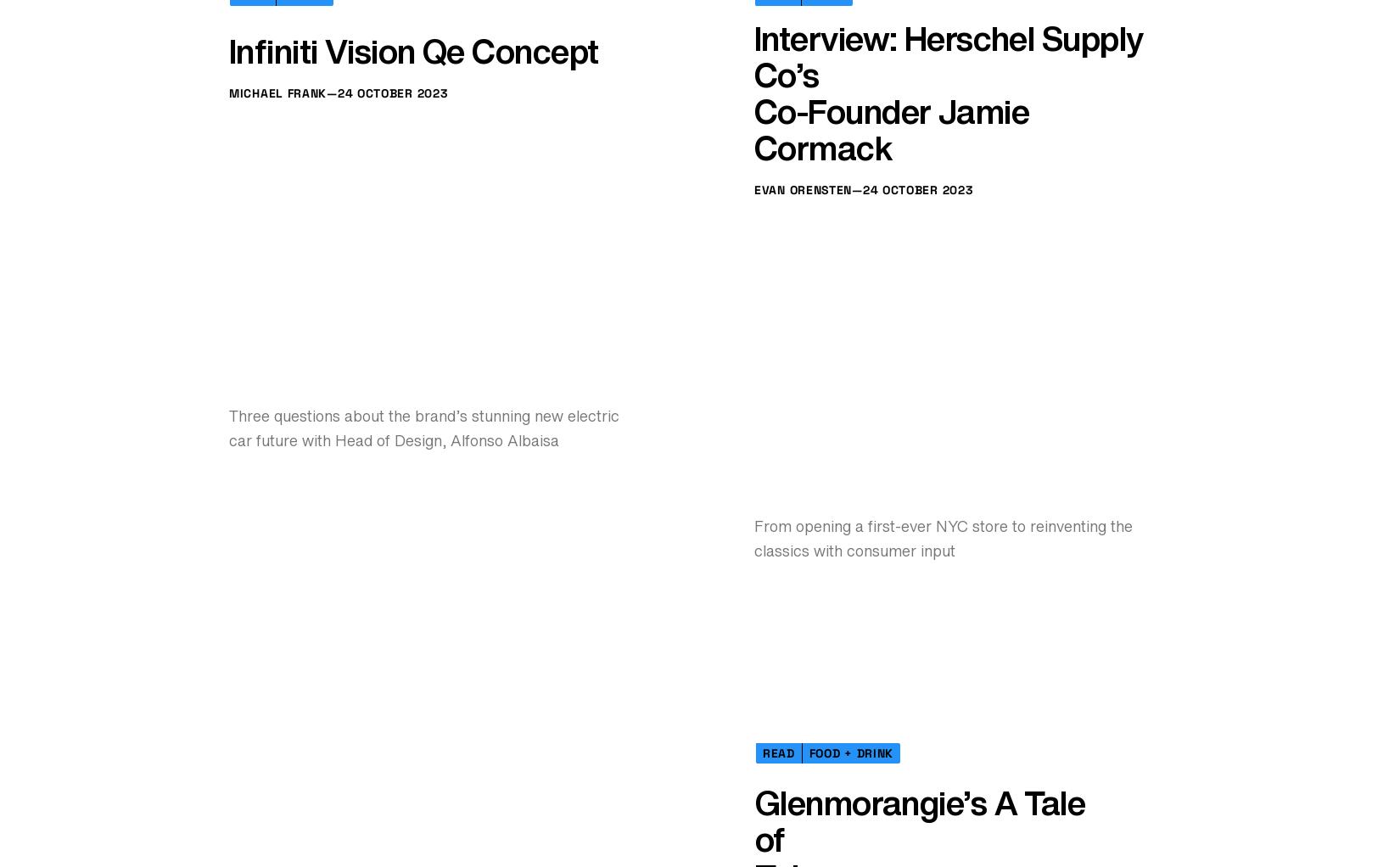 The image size is (1400, 867). I want to click on 'Evan Orensten', so click(754, 715).